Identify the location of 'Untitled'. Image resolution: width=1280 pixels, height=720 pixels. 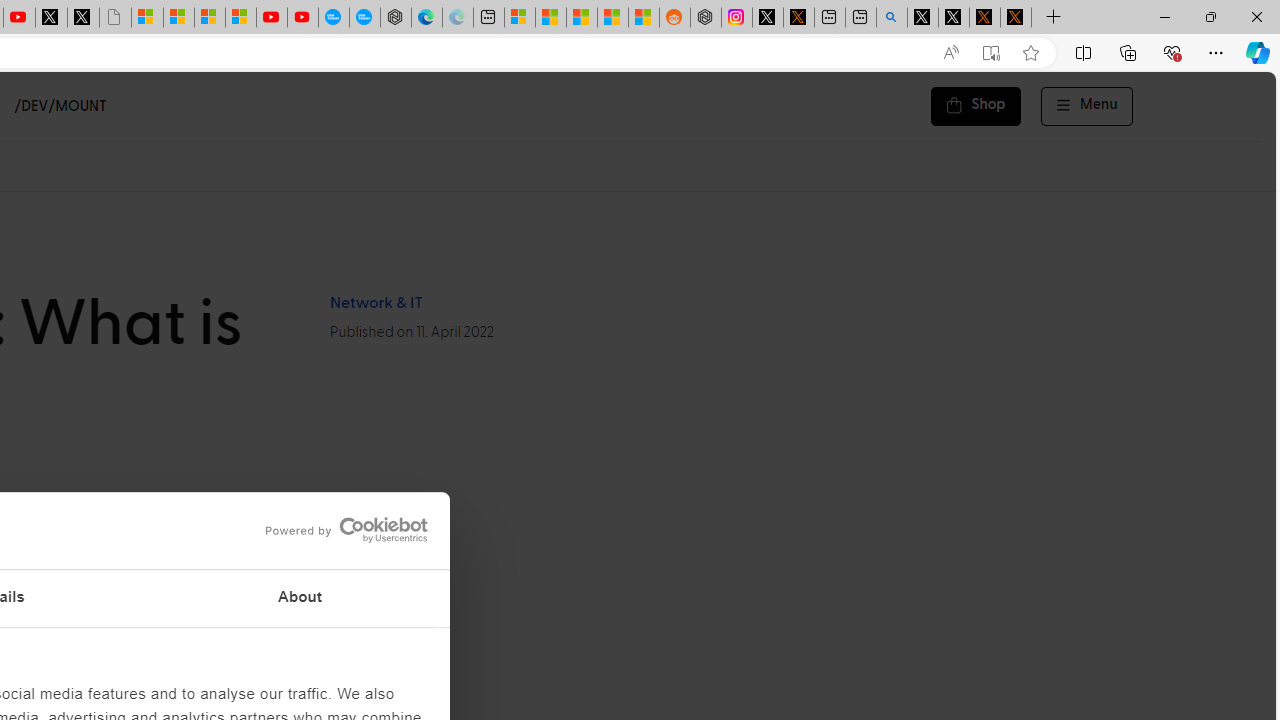
(114, 17).